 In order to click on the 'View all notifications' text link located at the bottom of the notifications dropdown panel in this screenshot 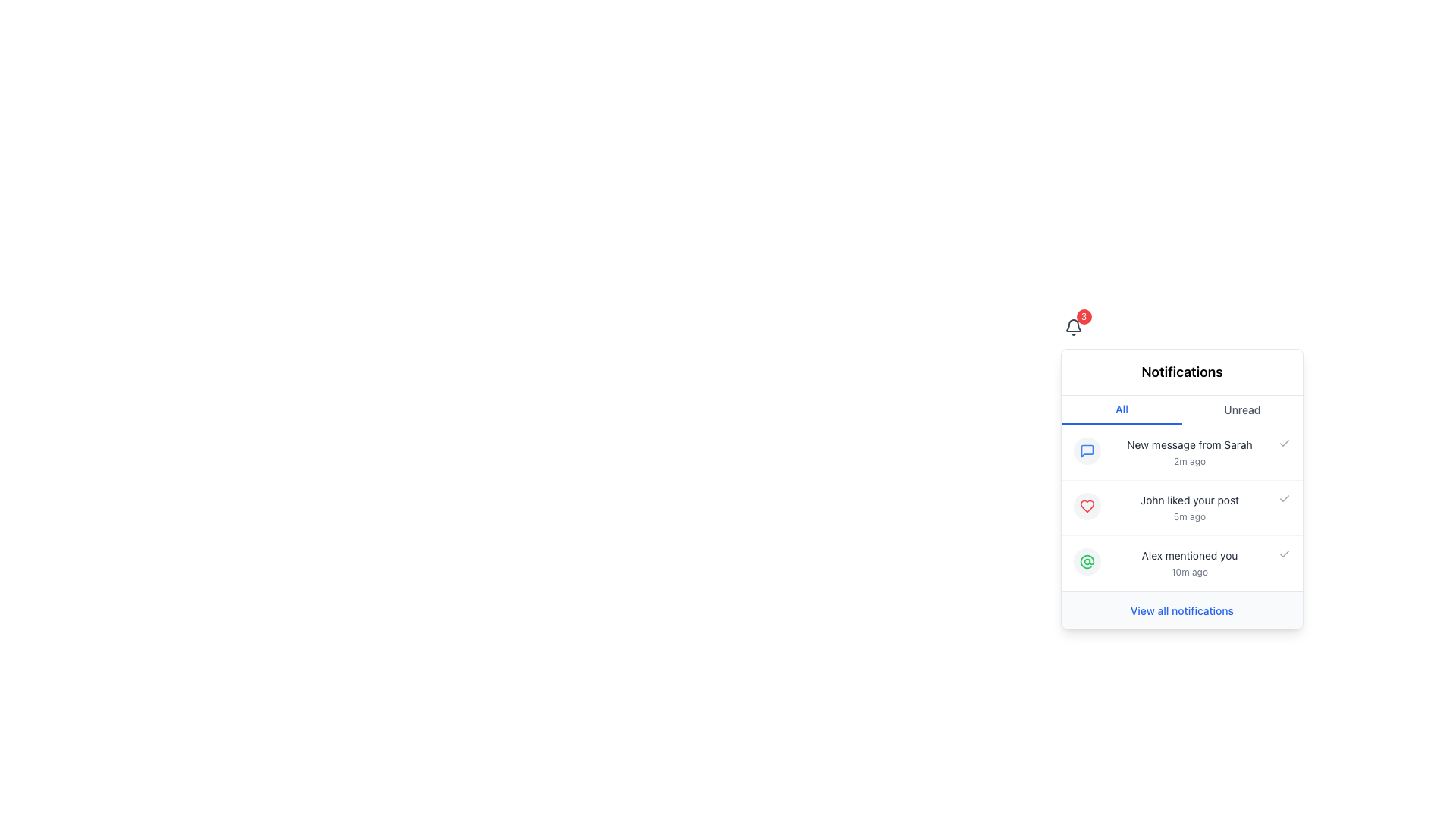, I will do `click(1181, 608)`.